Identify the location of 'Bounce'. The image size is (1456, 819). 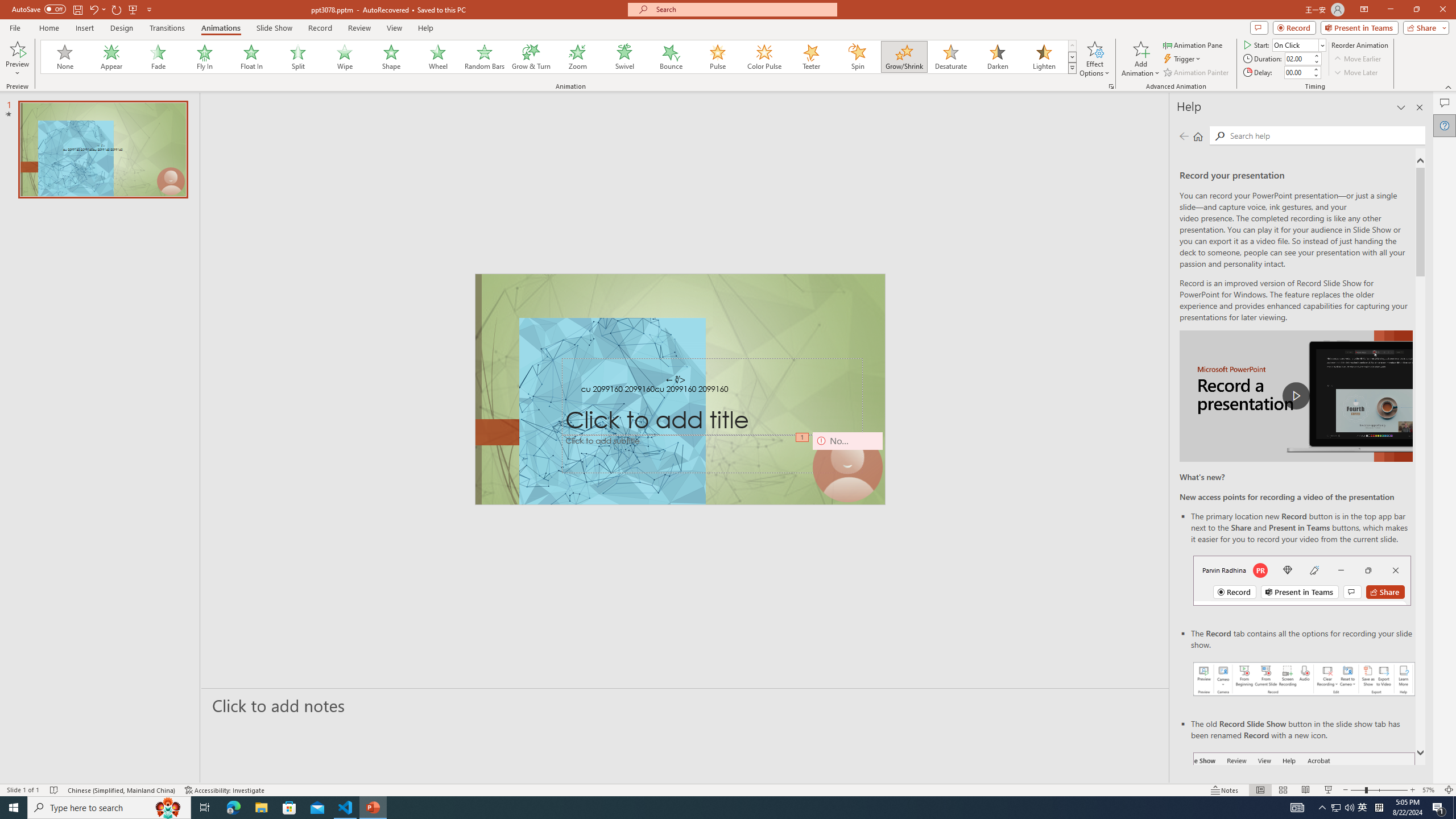
(671, 56).